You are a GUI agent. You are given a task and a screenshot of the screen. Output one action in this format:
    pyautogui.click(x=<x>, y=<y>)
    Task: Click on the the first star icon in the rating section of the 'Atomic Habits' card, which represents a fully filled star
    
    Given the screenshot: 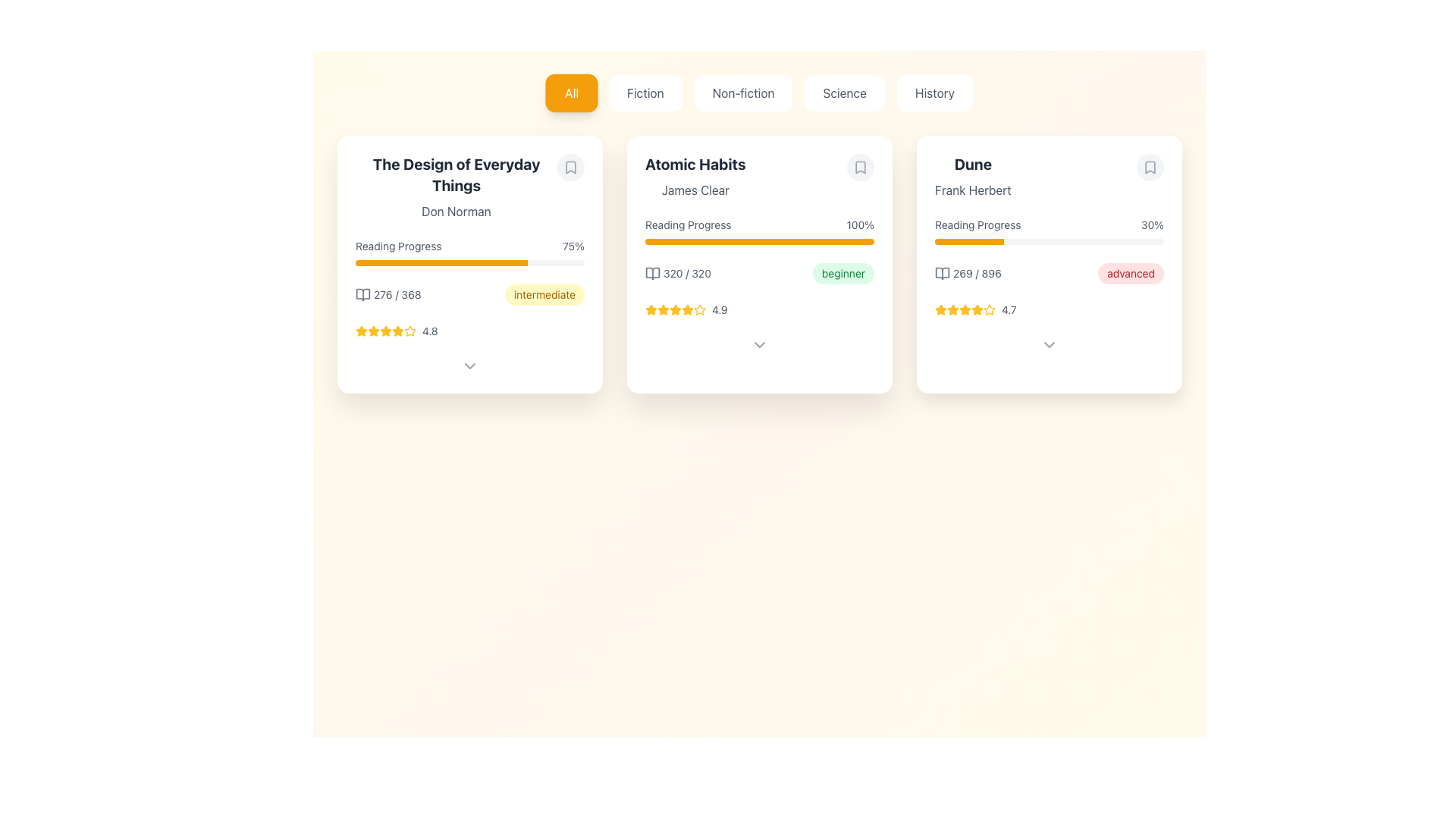 What is the action you would take?
    pyautogui.click(x=663, y=309)
    